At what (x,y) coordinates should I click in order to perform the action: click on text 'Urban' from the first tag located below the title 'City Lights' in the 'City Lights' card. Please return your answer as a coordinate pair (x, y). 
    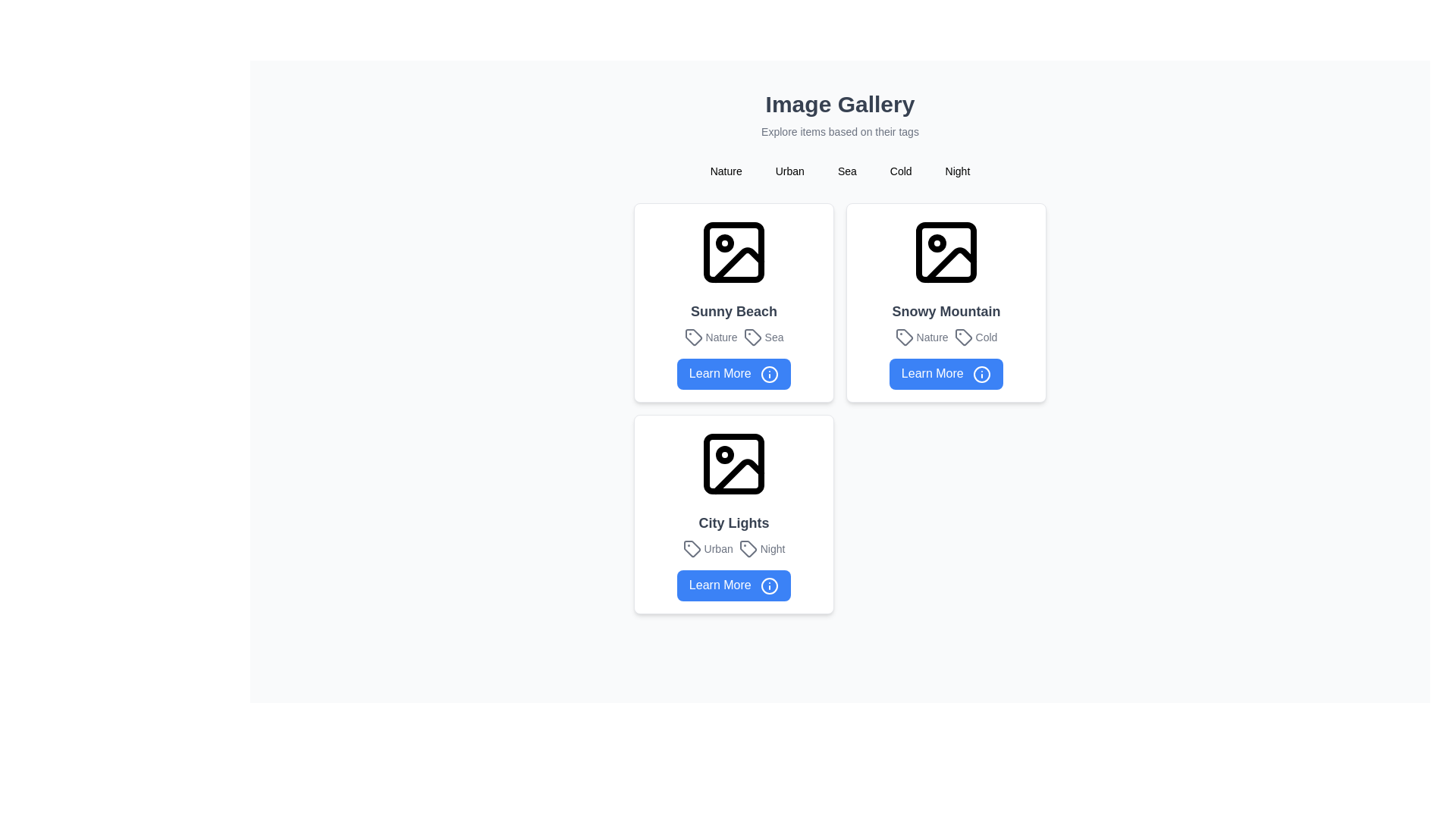
    Looking at the image, I should click on (707, 548).